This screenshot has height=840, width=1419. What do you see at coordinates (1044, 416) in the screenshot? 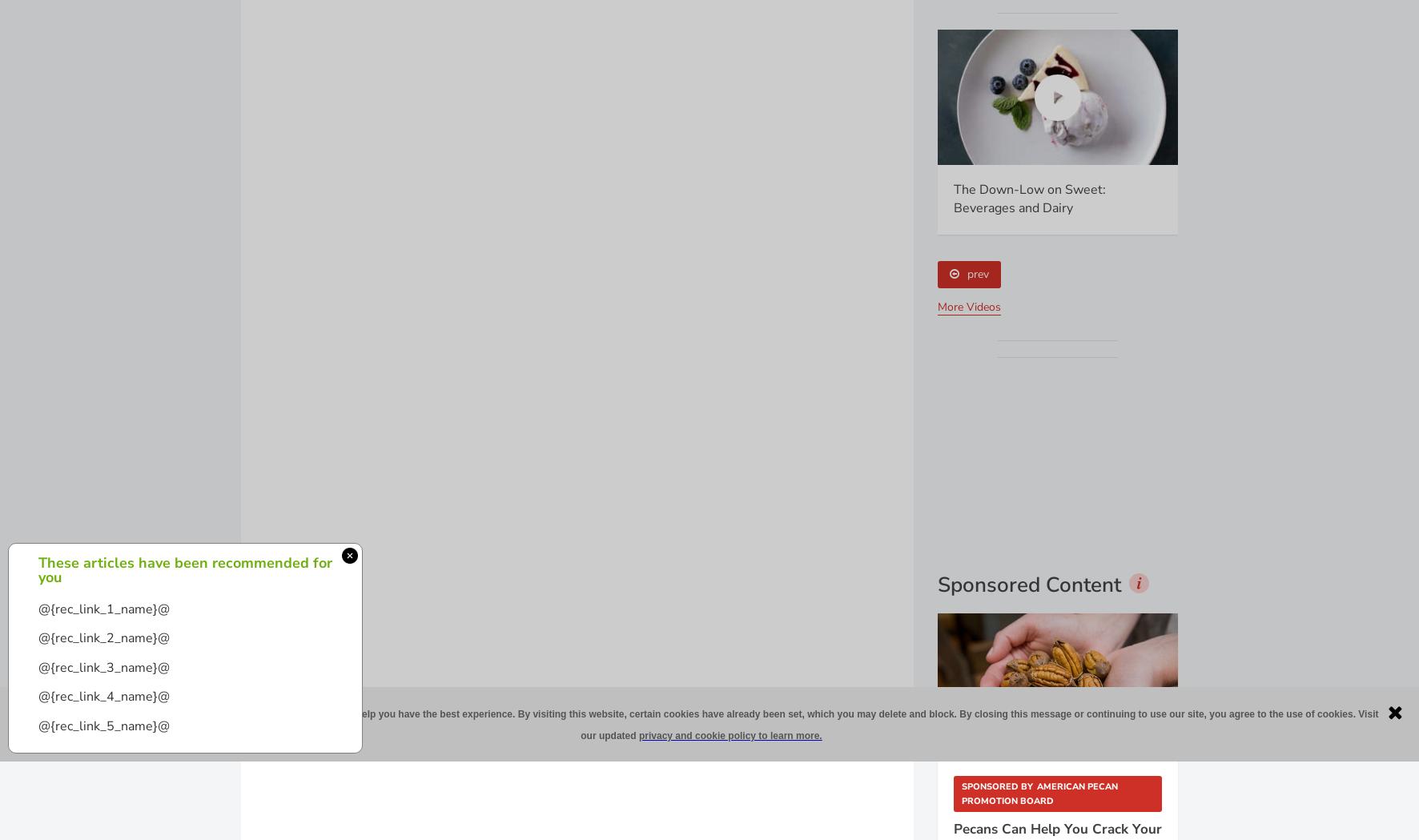
I see `'Sponsored Content is a special paid section where industry companies provide high quality, objective, non-commercial content around topics of interest to the'` at bounding box center [1044, 416].